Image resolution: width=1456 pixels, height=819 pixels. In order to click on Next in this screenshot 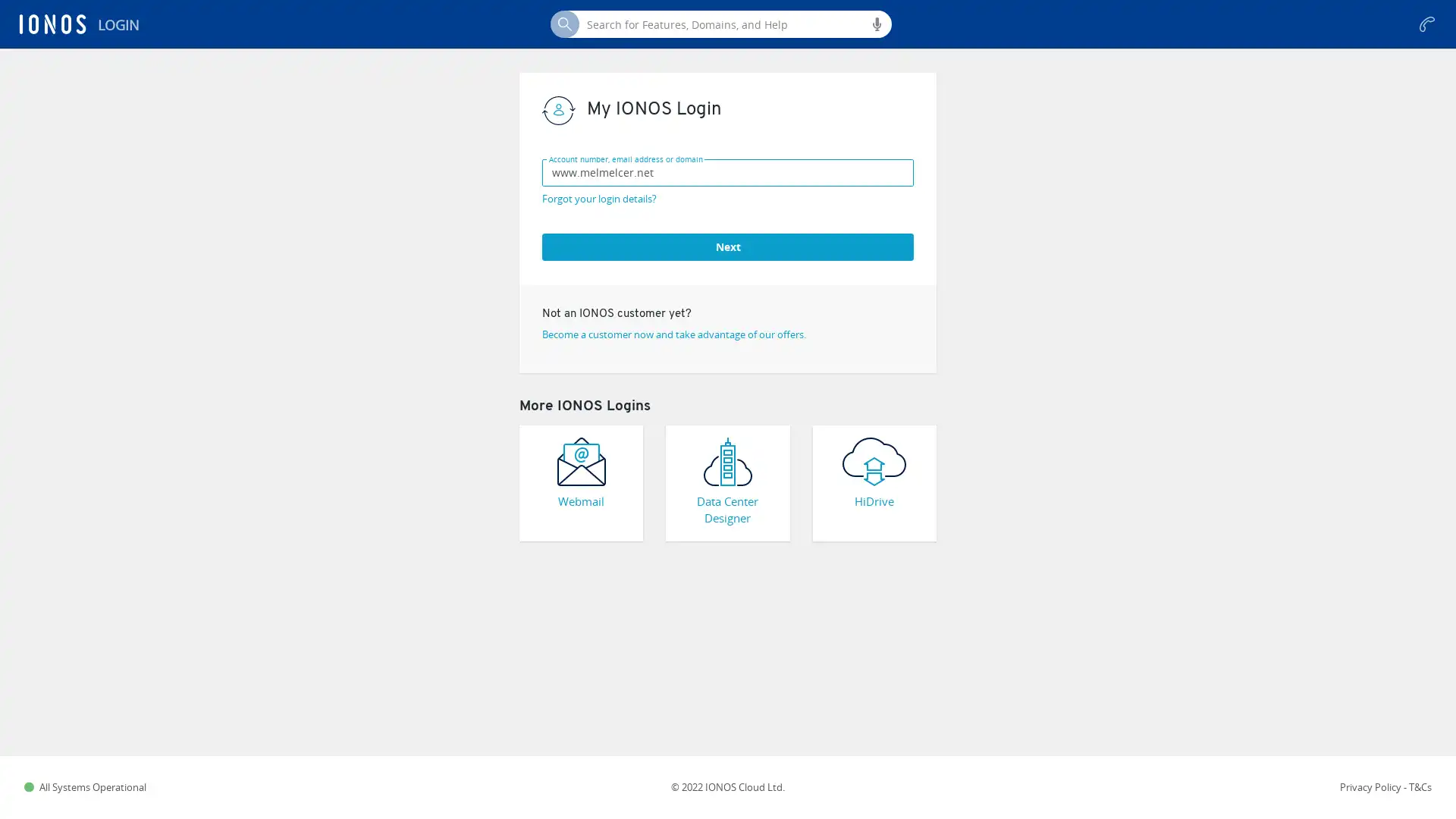, I will do `click(728, 245)`.